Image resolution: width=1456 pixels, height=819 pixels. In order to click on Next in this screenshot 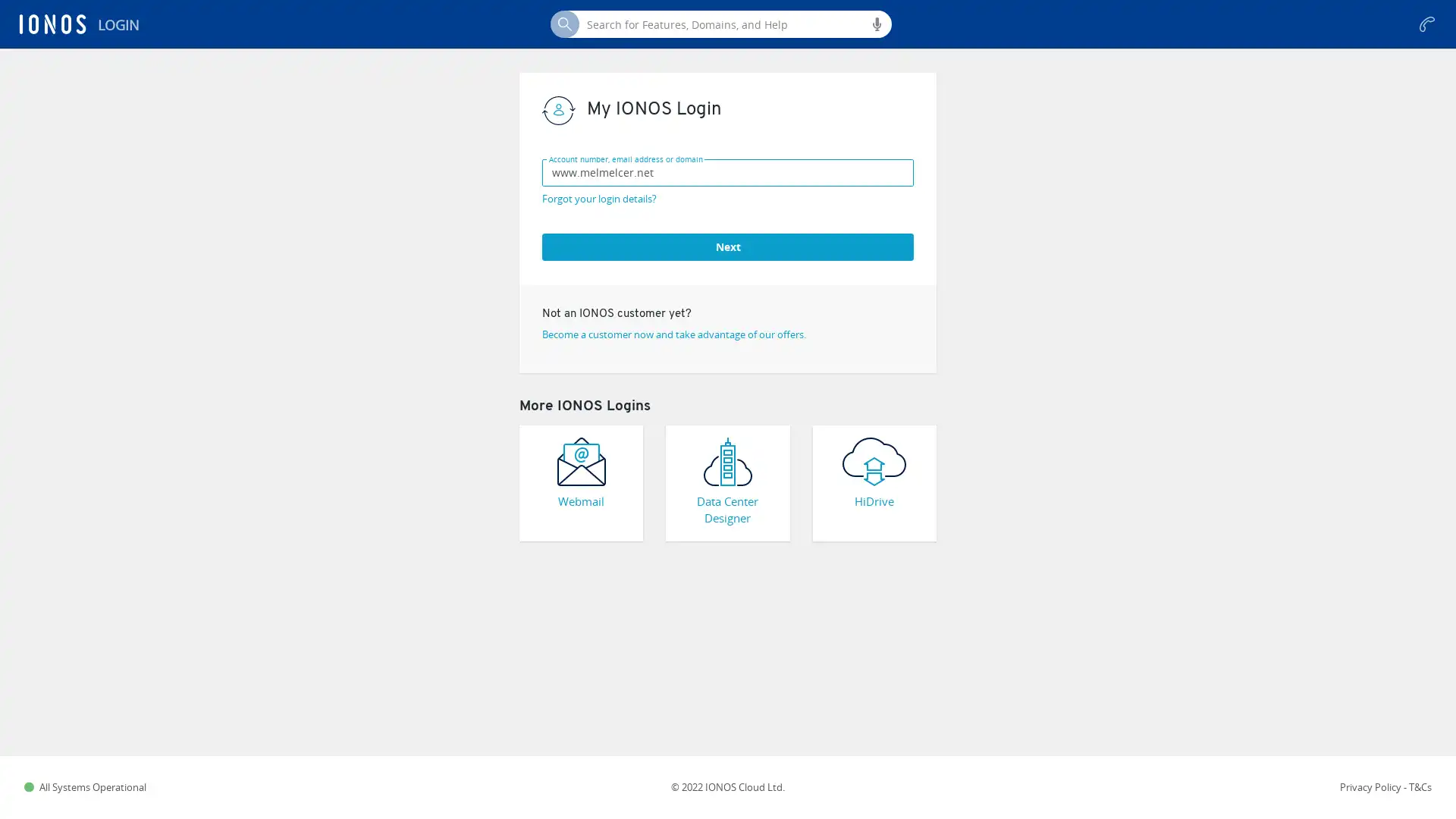, I will do `click(728, 245)`.